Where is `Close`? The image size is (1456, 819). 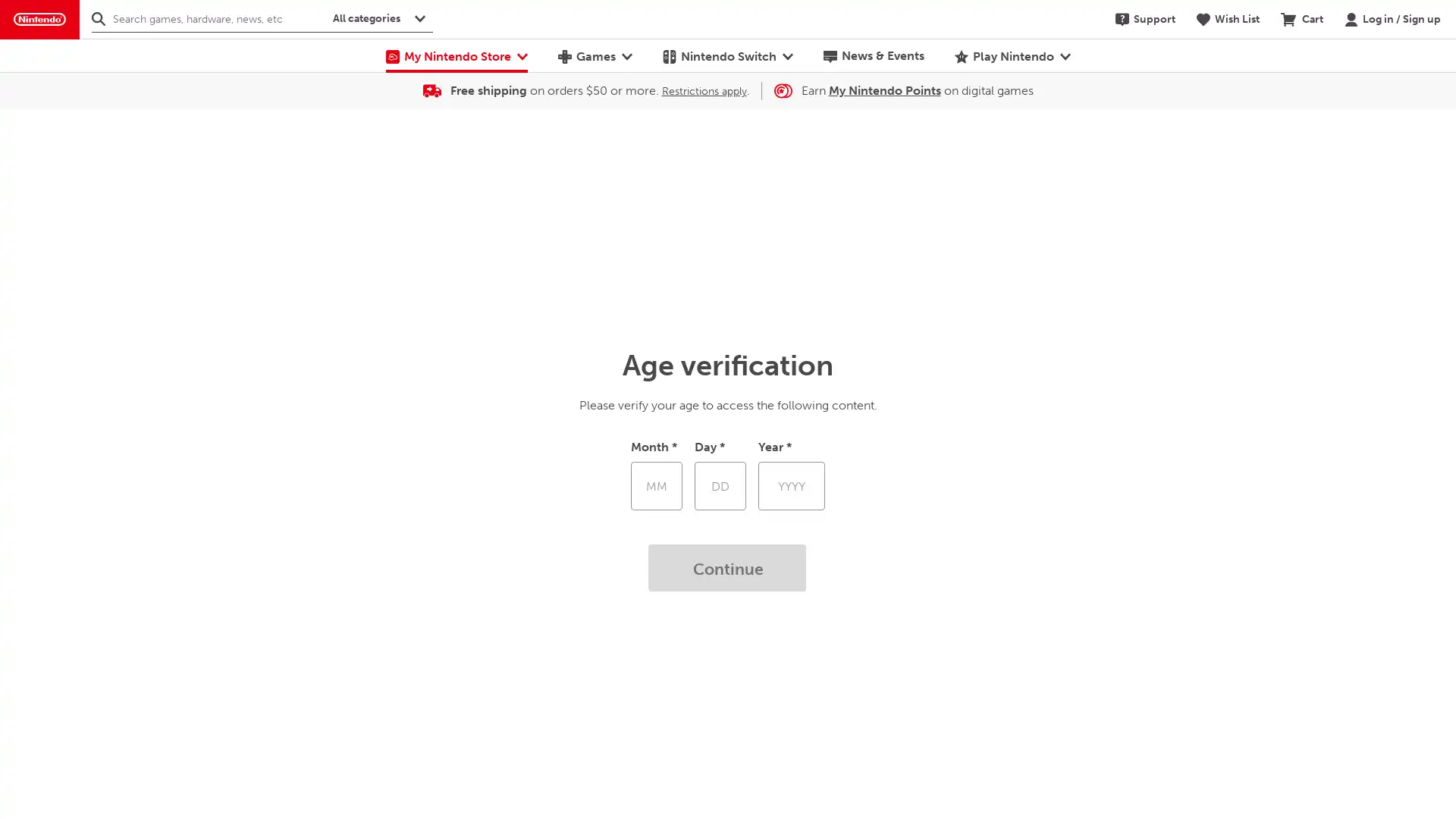
Close is located at coordinates (1433, 88).